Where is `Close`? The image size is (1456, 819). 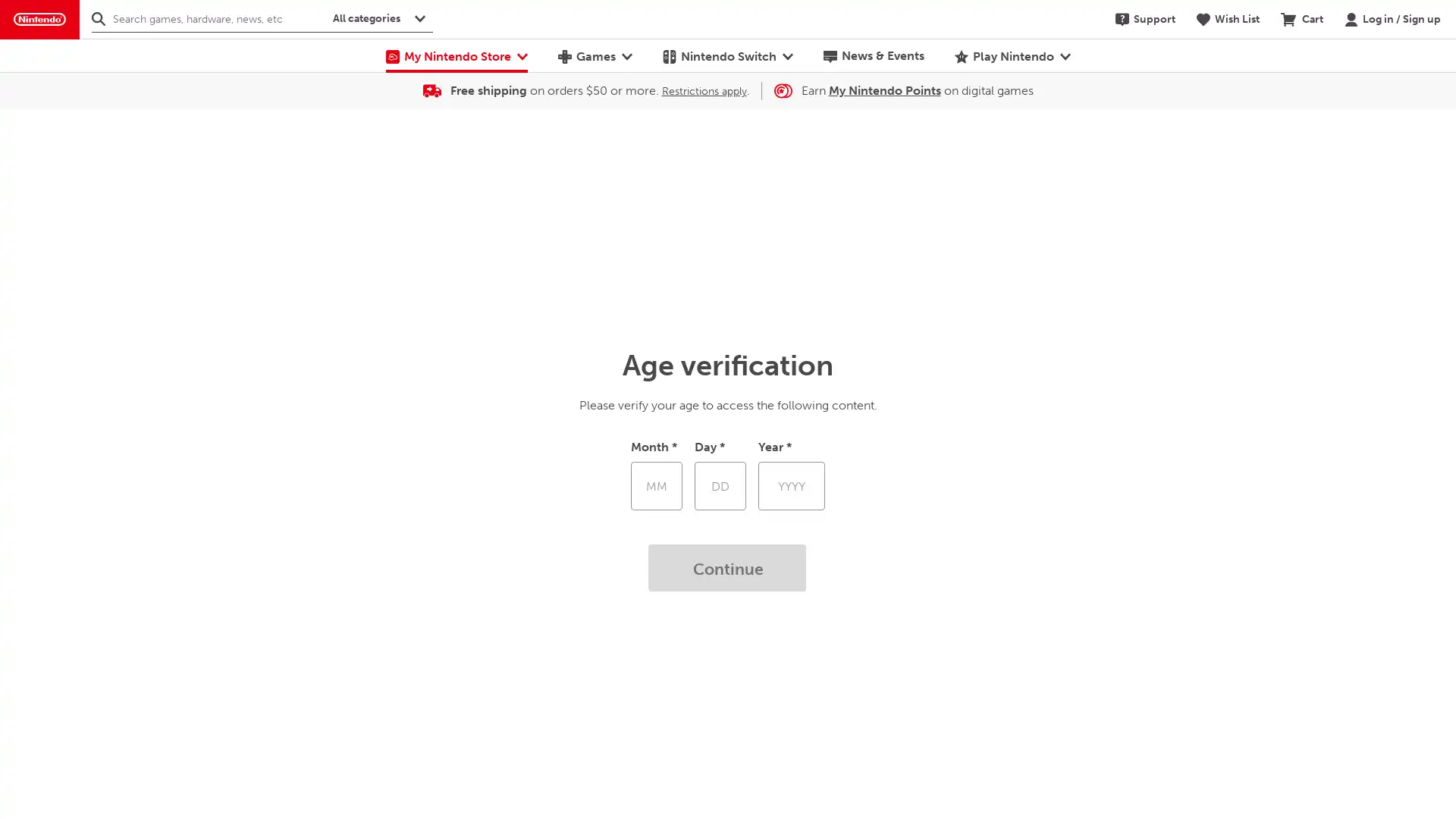
Close is located at coordinates (1433, 88).